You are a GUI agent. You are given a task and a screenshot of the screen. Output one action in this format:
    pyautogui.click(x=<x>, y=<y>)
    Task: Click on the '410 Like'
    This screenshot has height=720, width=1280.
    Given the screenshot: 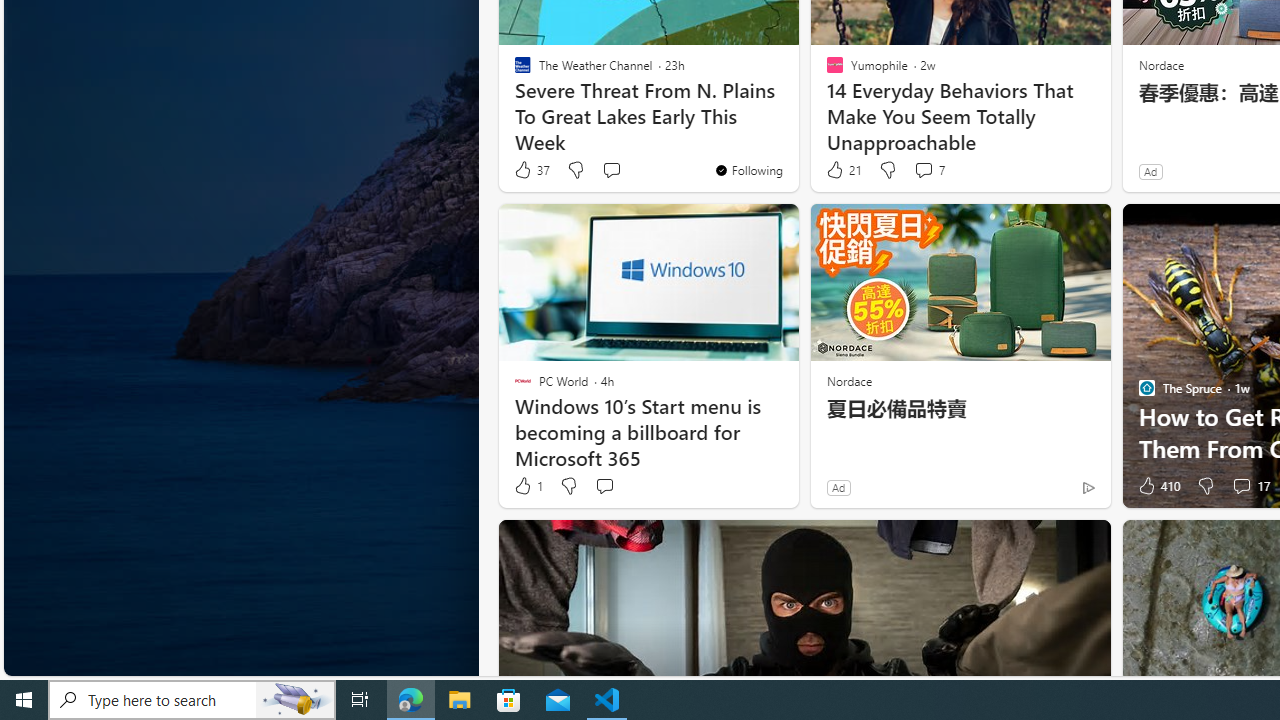 What is the action you would take?
    pyautogui.click(x=1157, y=486)
    